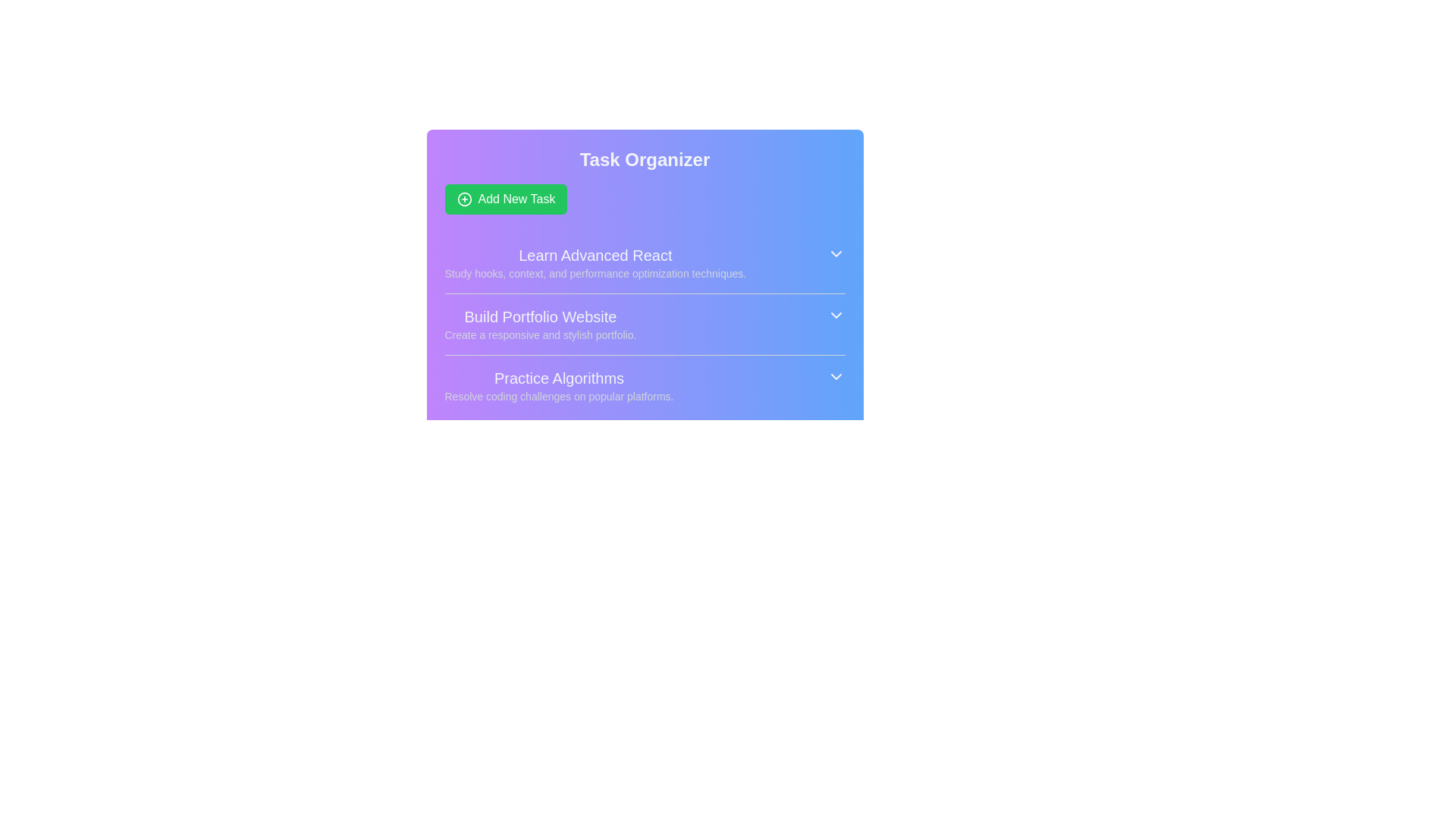 Image resolution: width=1456 pixels, height=819 pixels. I want to click on text displayed in the text block that contains 'Build Portfolio Website' and 'Create a responsive and stylish portfolio.', so click(540, 324).